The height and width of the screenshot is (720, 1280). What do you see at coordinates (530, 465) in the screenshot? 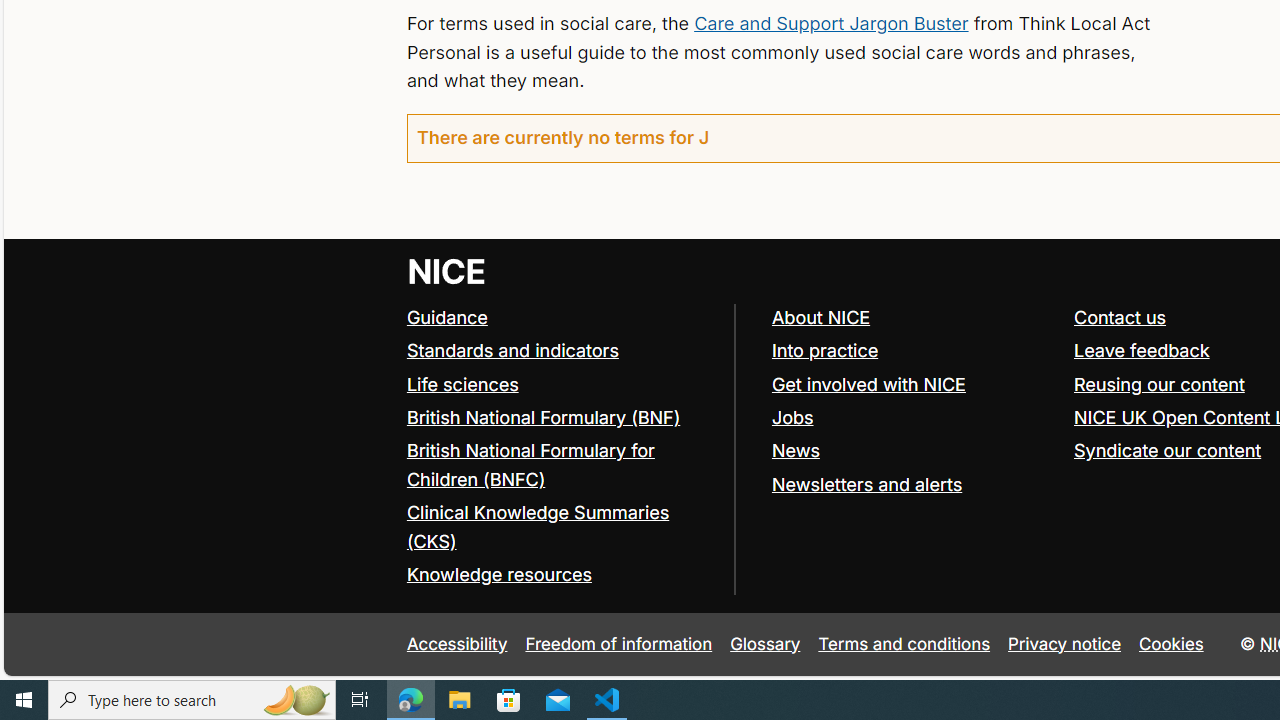
I see `'British National Formulary for Children (BNFC)'` at bounding box center [530, 465].